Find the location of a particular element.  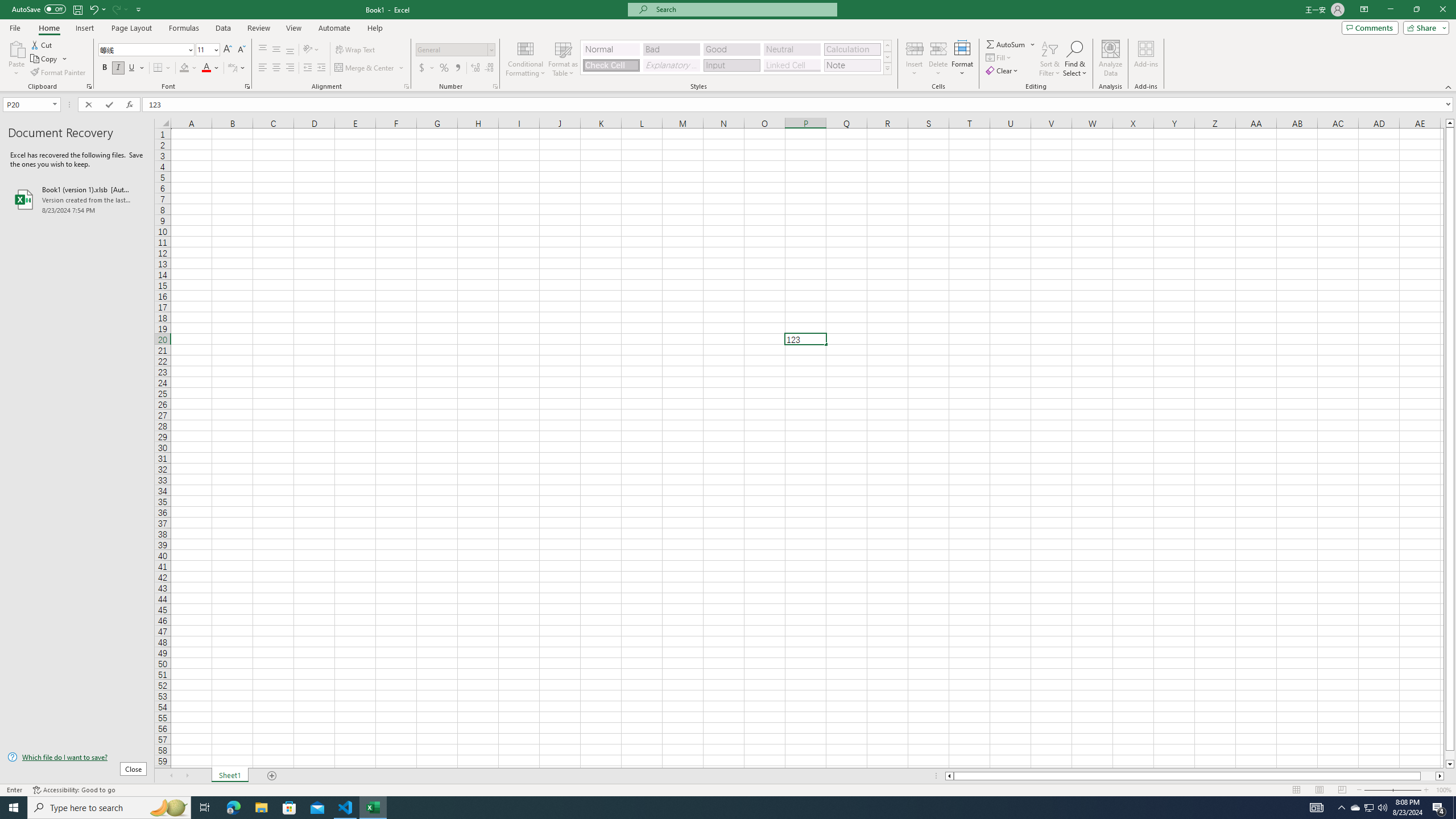

'Decrease Font Size' is located at coordinates (241, 49).